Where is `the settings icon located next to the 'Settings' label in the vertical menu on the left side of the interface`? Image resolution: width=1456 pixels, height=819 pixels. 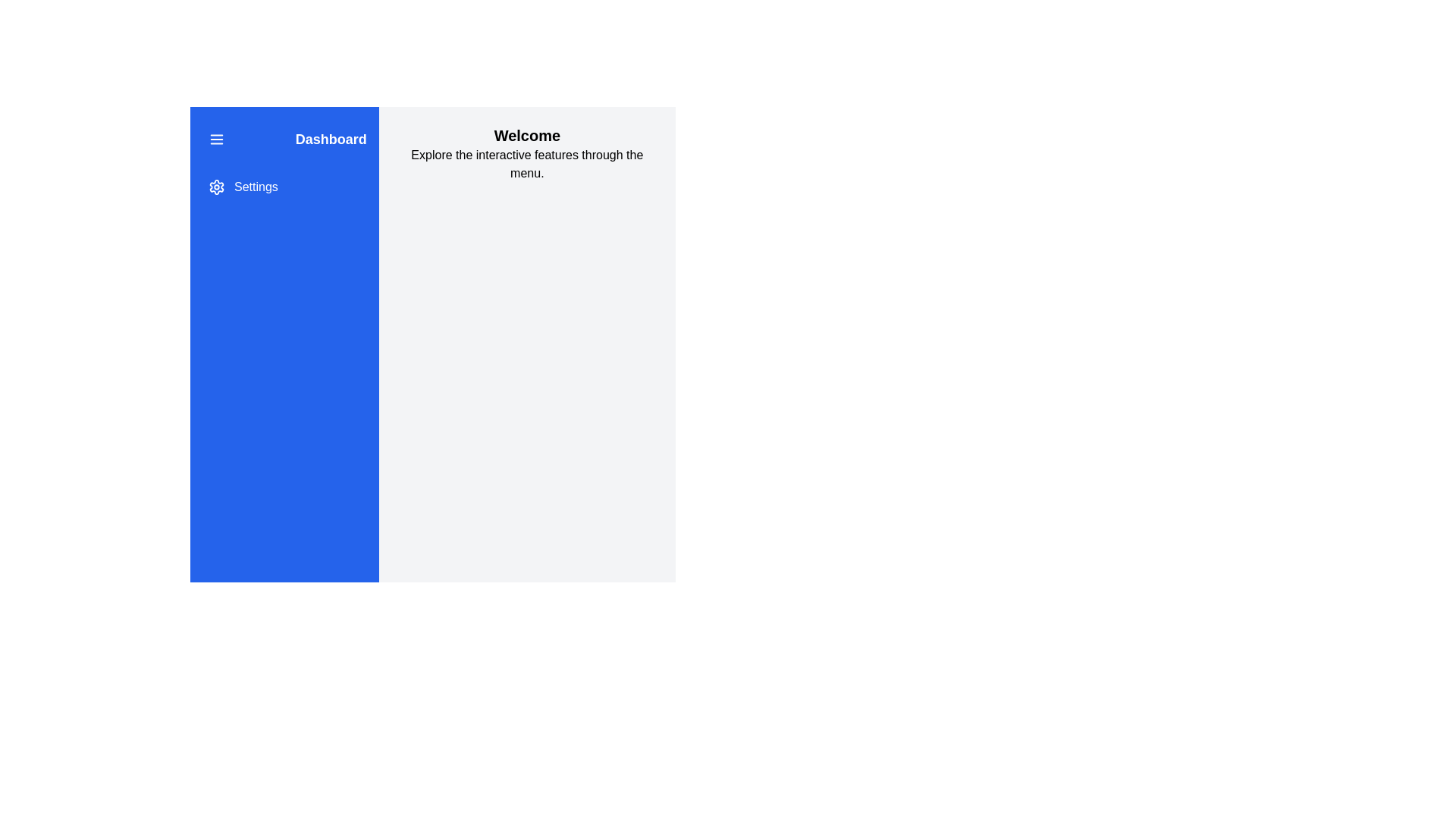 the settings icon located next to the 'Settings' label in the vertical menu on the left side of the interface is located at coordinates (216, 186).